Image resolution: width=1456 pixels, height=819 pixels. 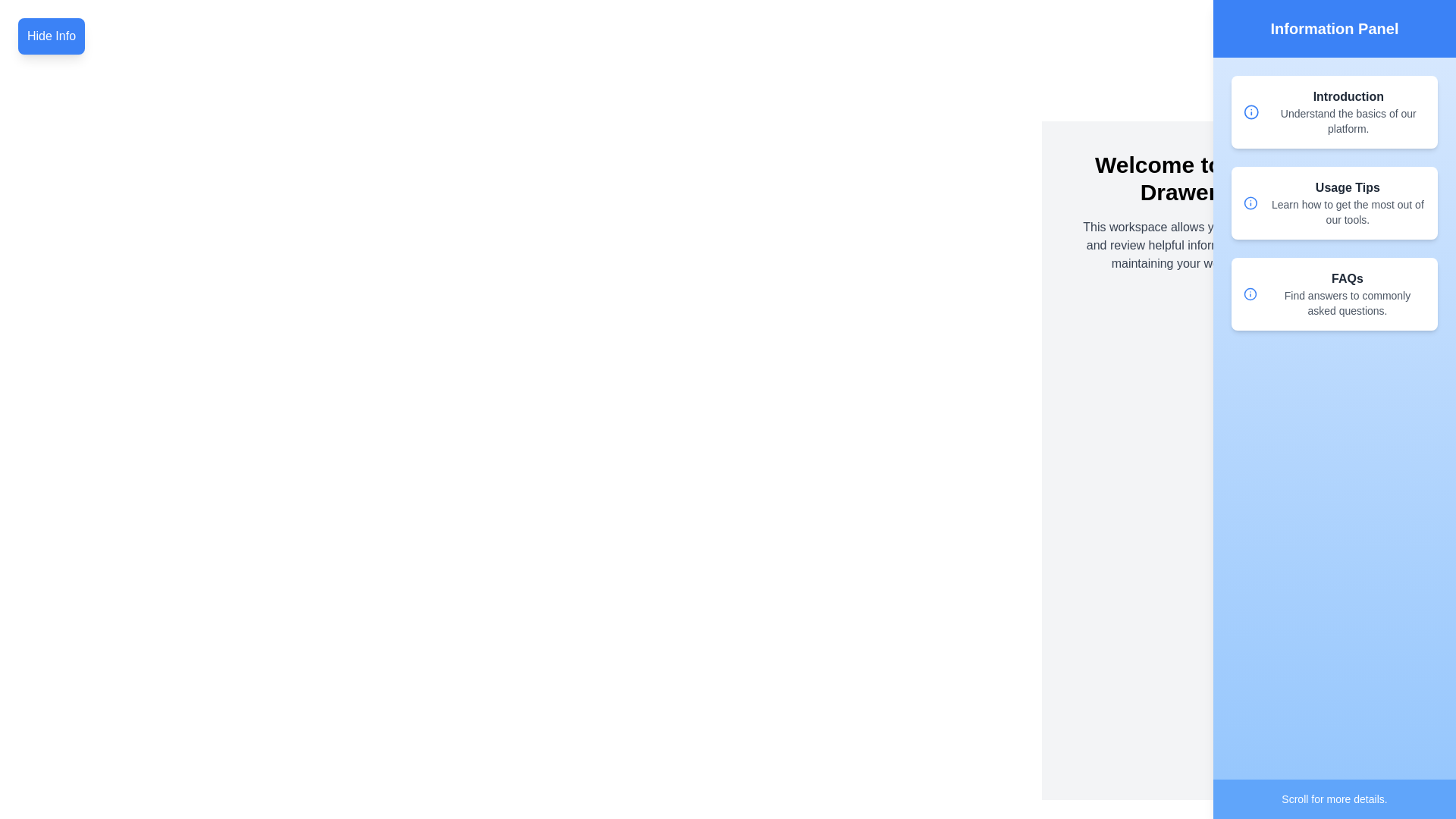 I want to click on the informational icon located to the left of the 'Usage Tips' title text in the 'Information Panel' section, so click(x=1250, y=202).